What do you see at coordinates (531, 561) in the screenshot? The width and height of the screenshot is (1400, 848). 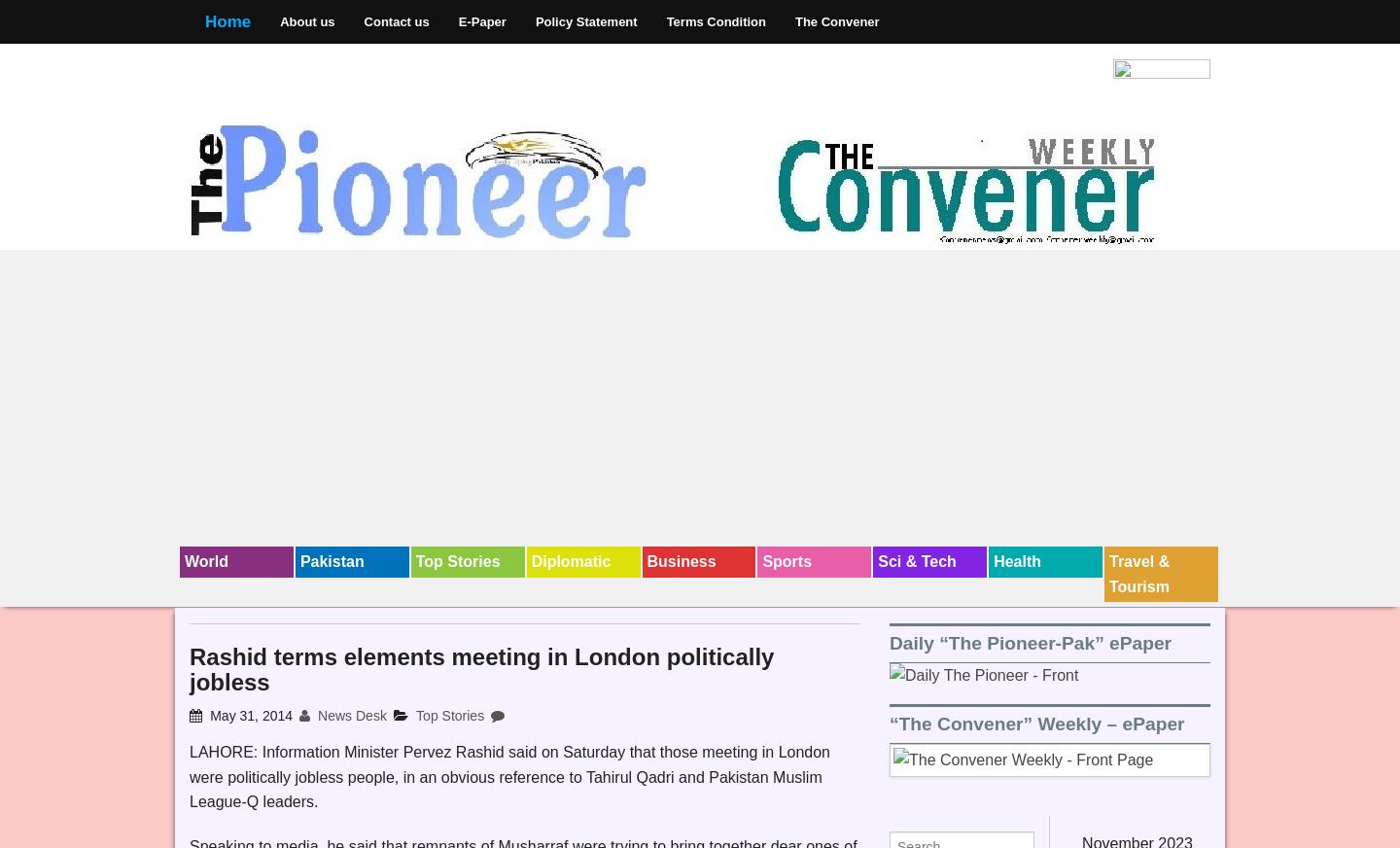 I see `'Diplomatic'` at bounding box center [531, 561].